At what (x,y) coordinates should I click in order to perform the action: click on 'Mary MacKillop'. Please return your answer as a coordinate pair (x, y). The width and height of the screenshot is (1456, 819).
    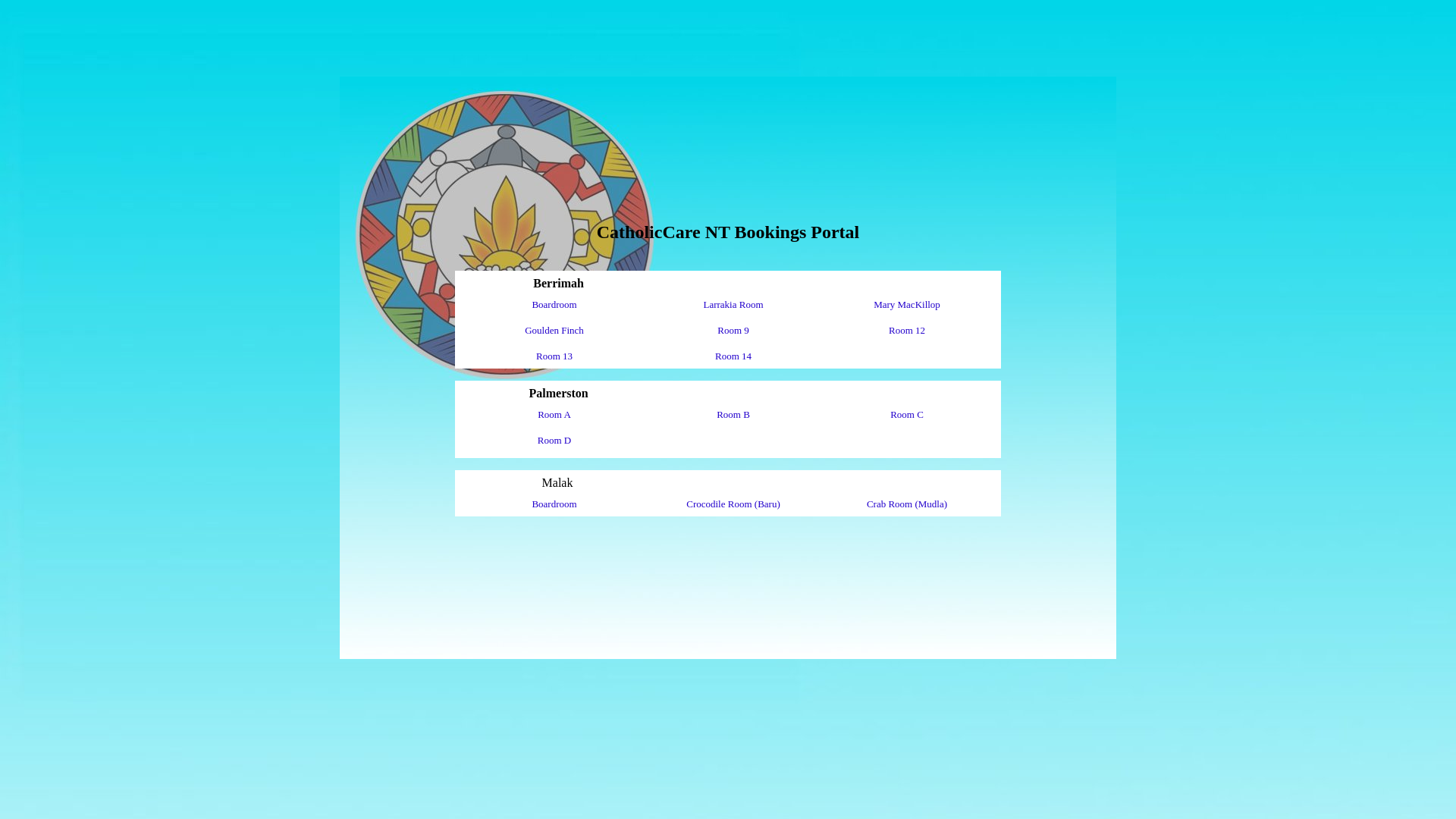
    Looking at the image, I should click on (906, 304).